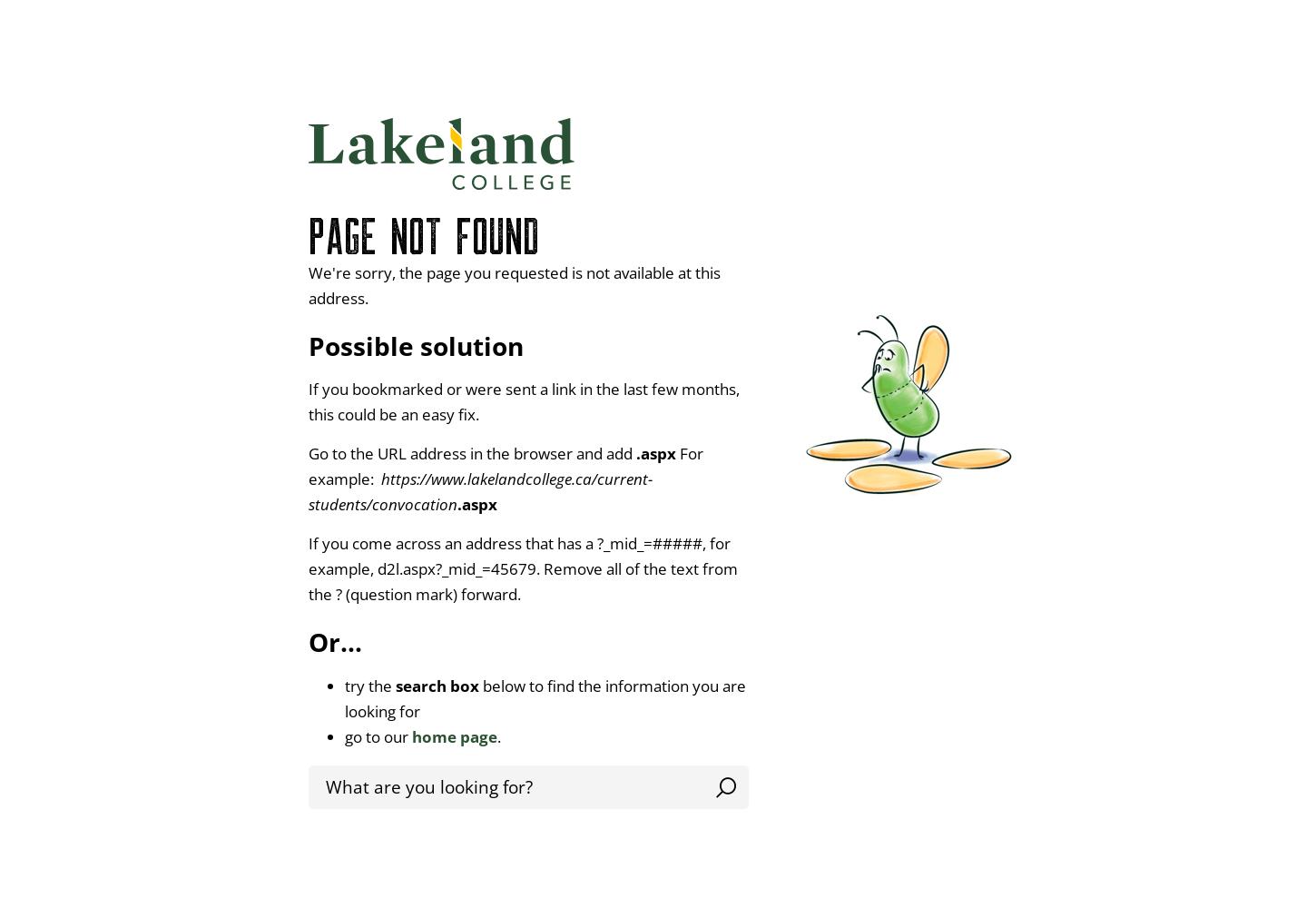  What do you see at coordinates (436, 686) in the screenshot?
I see `'search box'` at bounding box center [436, 686].